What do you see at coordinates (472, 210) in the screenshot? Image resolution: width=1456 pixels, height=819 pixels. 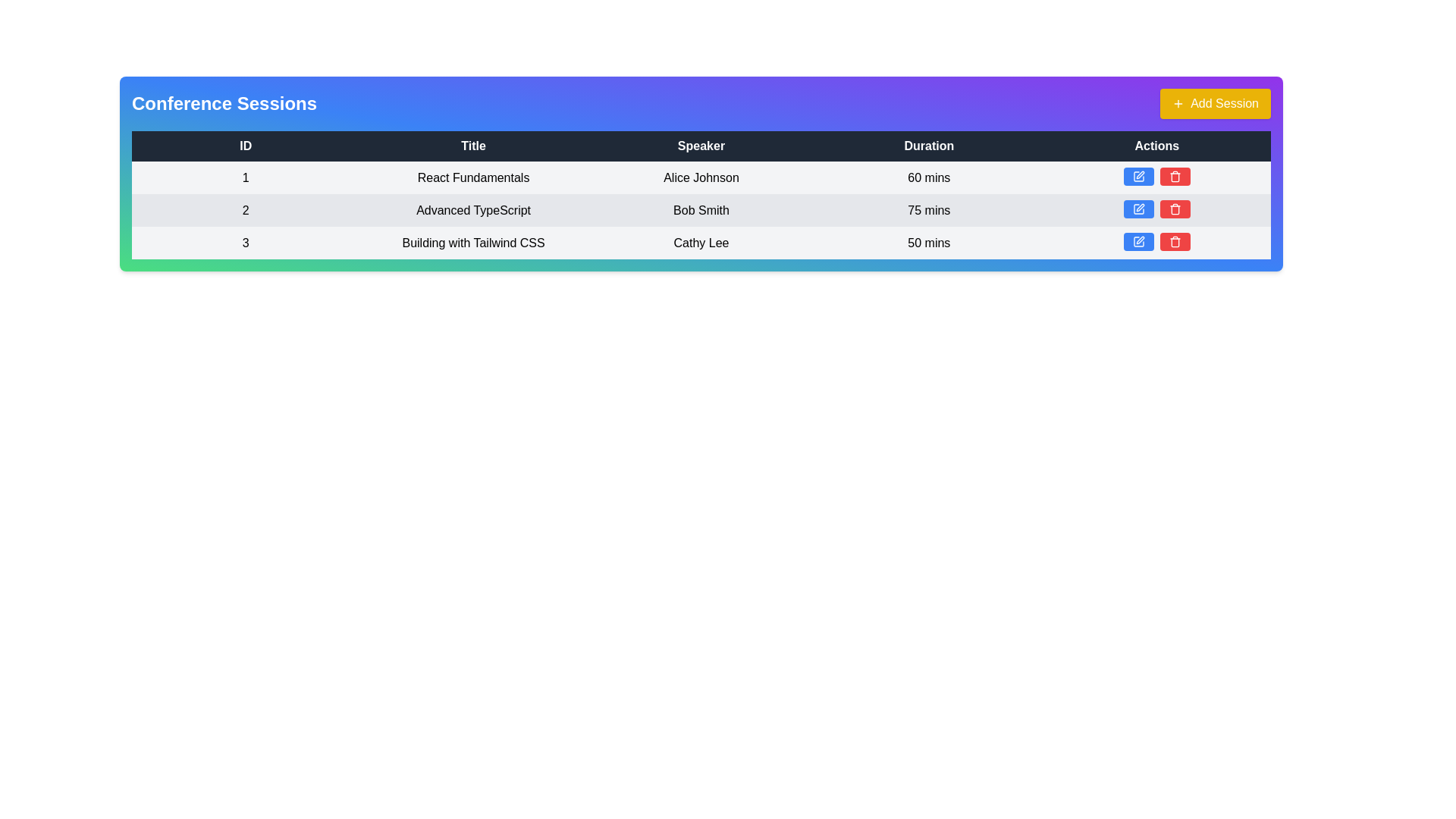 I see `the session details by clicking on the title in the second column of the second row of the table, which identifies the session` at bounding box center [472, 210].